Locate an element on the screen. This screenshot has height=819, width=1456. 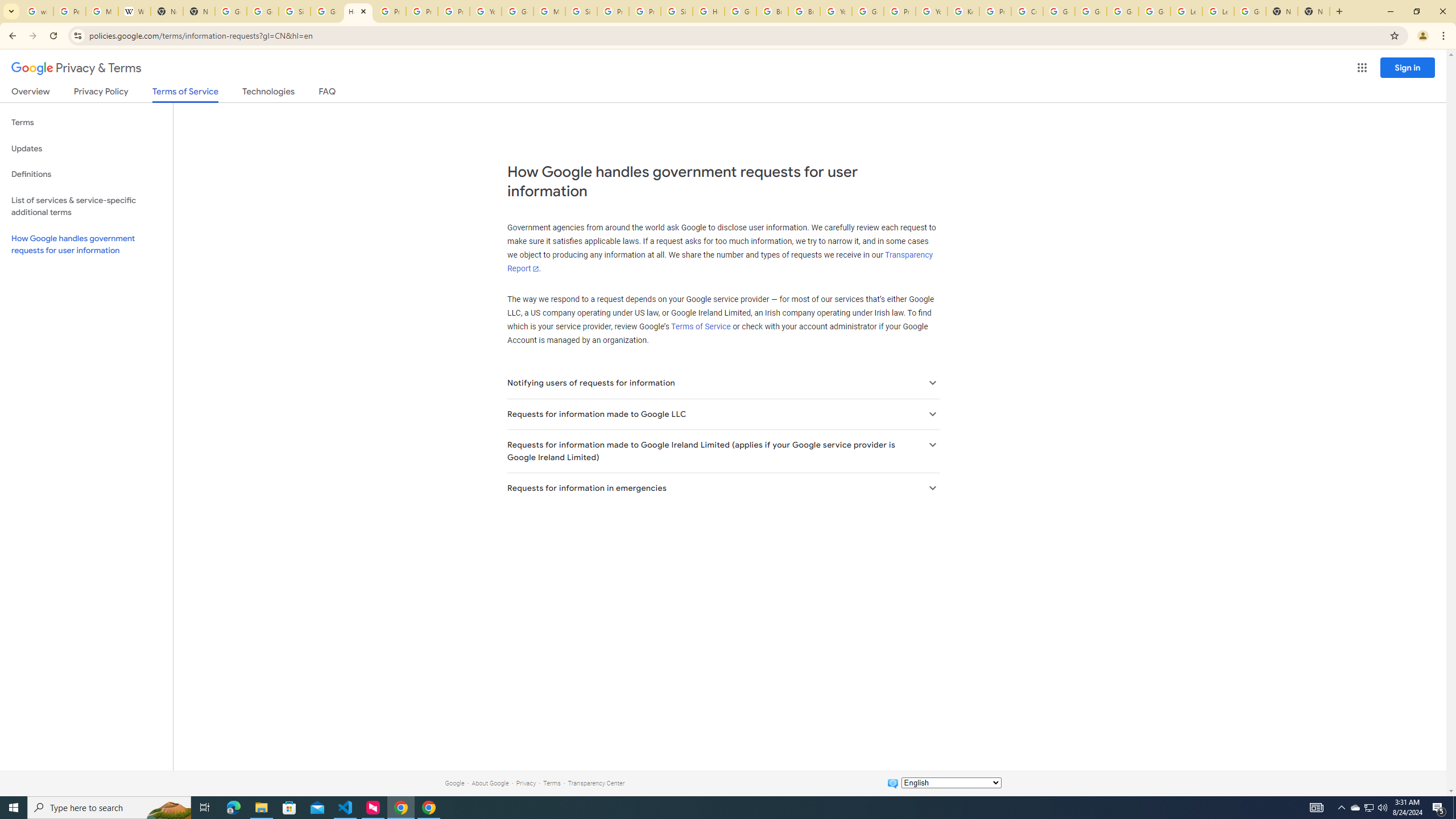
'Google Drive: Sign-in' is located at coordinates (262, 11).